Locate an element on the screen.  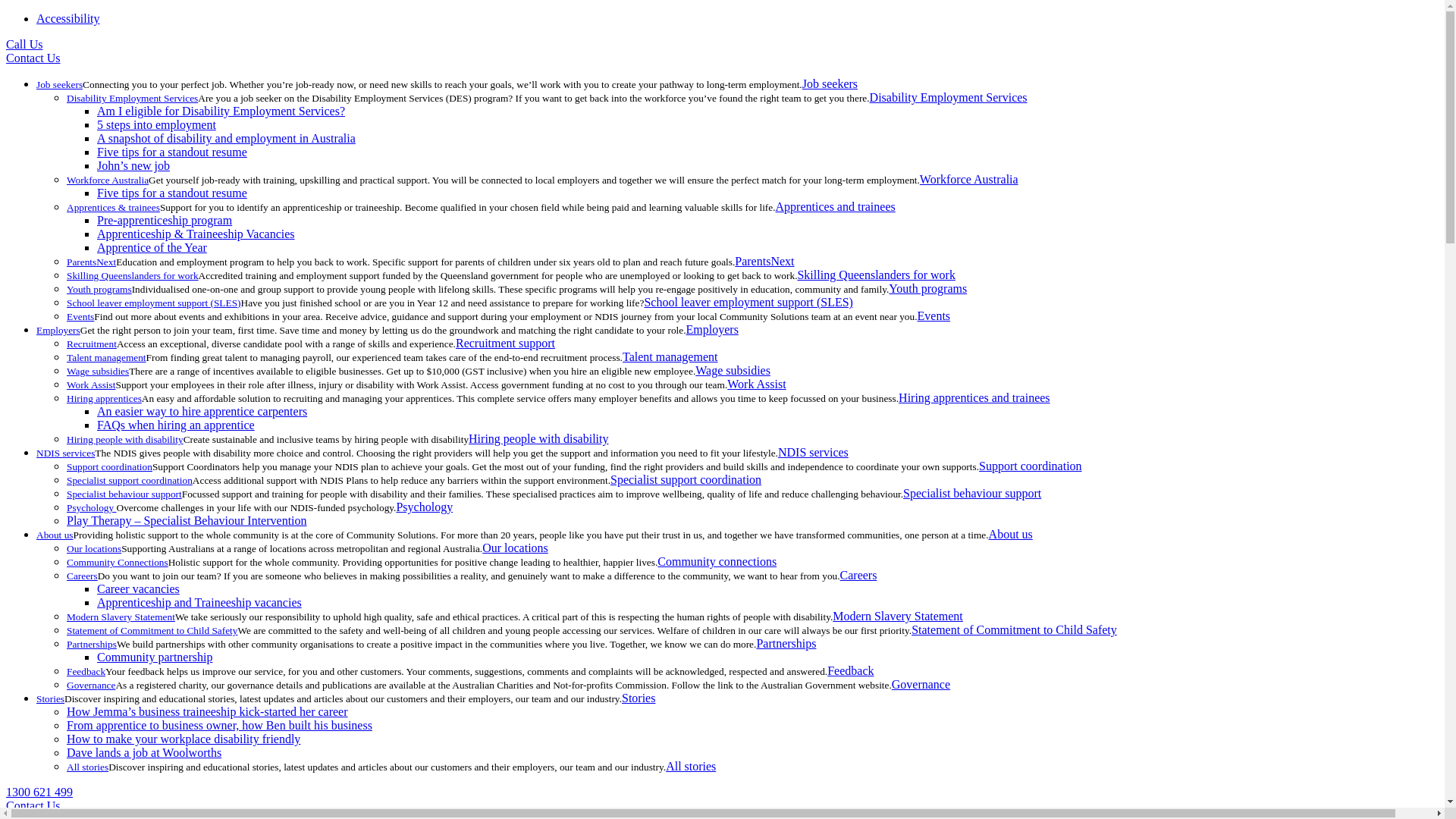
'Recruitment' is located at coordinates (90, 344).